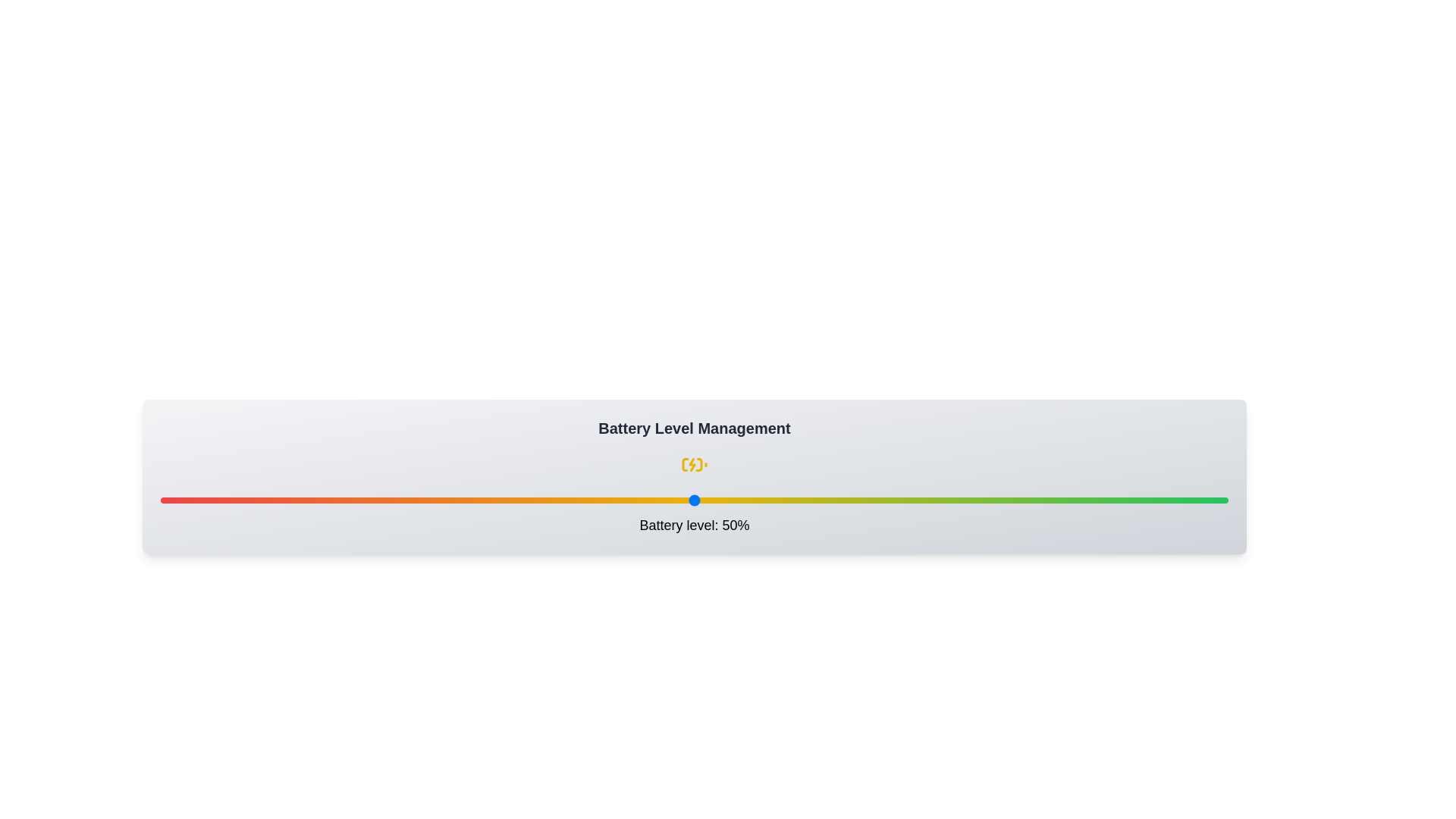 Image resolution: width=1456 pixels, height=819 pixels. I want to click on the battery level to 7% by interacting with the slider, so click(234, 500).